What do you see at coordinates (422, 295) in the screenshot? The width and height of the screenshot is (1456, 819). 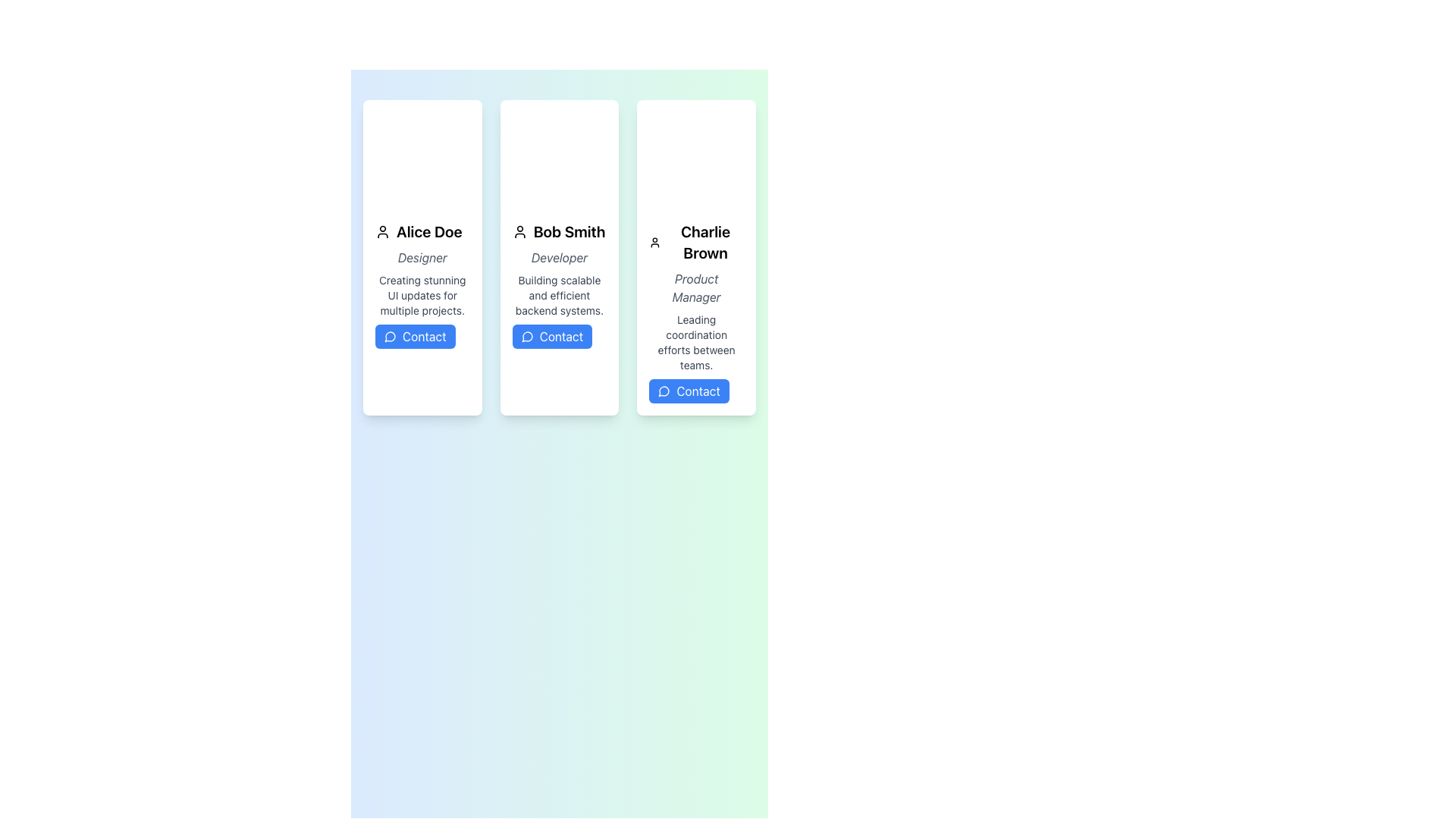 I see `the text field displaying 'Creating stunning UI updates for multiple projects.' which is the third text element in the leftmost card of three horizontally arranged cards` at bounding box center [422, 295].